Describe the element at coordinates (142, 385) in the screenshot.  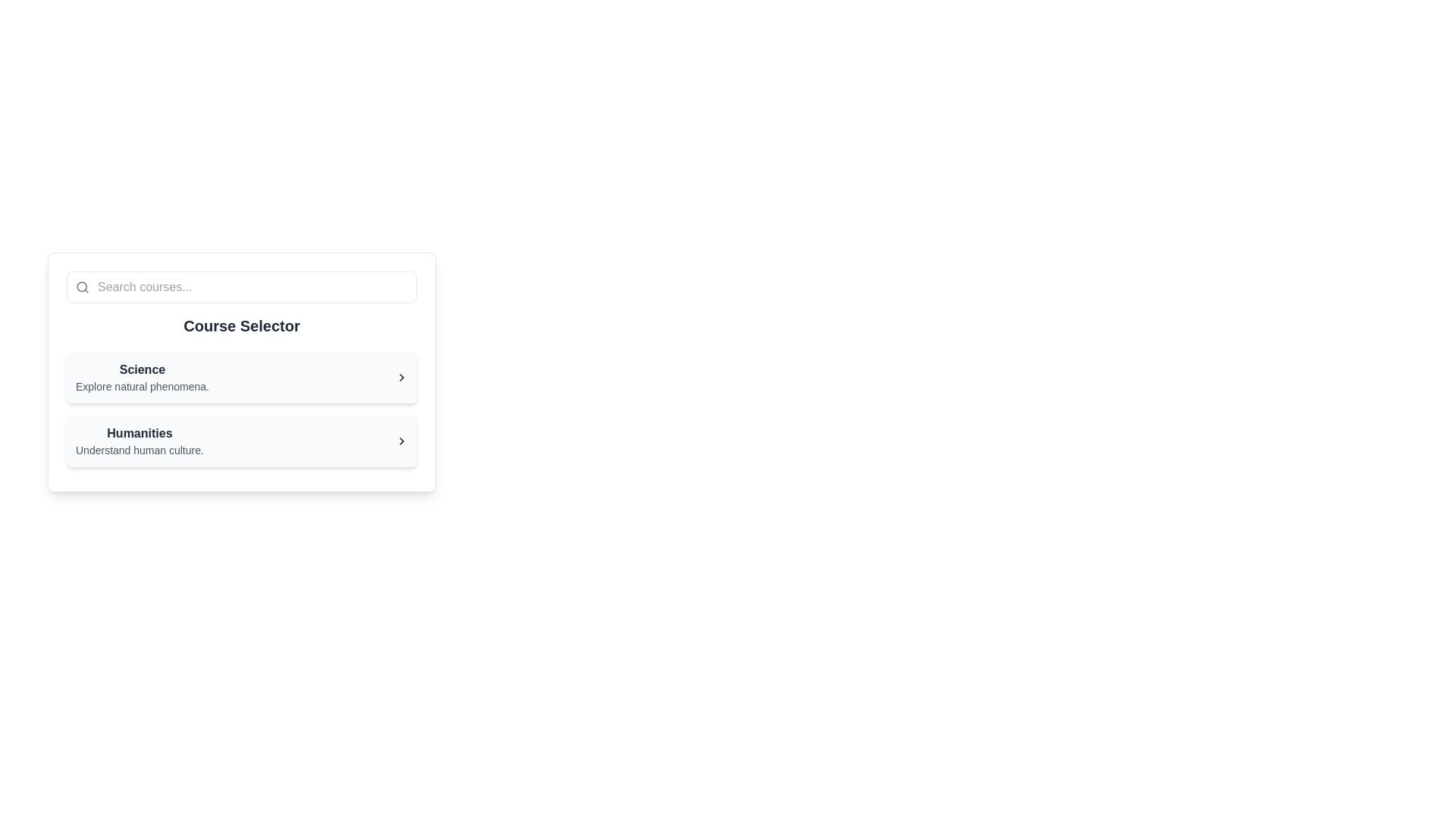
I see `the static text element that reads 'Explore natural phenomena.' located below the bolded title 'Science' in the 'Course Selector' menu` at that location.